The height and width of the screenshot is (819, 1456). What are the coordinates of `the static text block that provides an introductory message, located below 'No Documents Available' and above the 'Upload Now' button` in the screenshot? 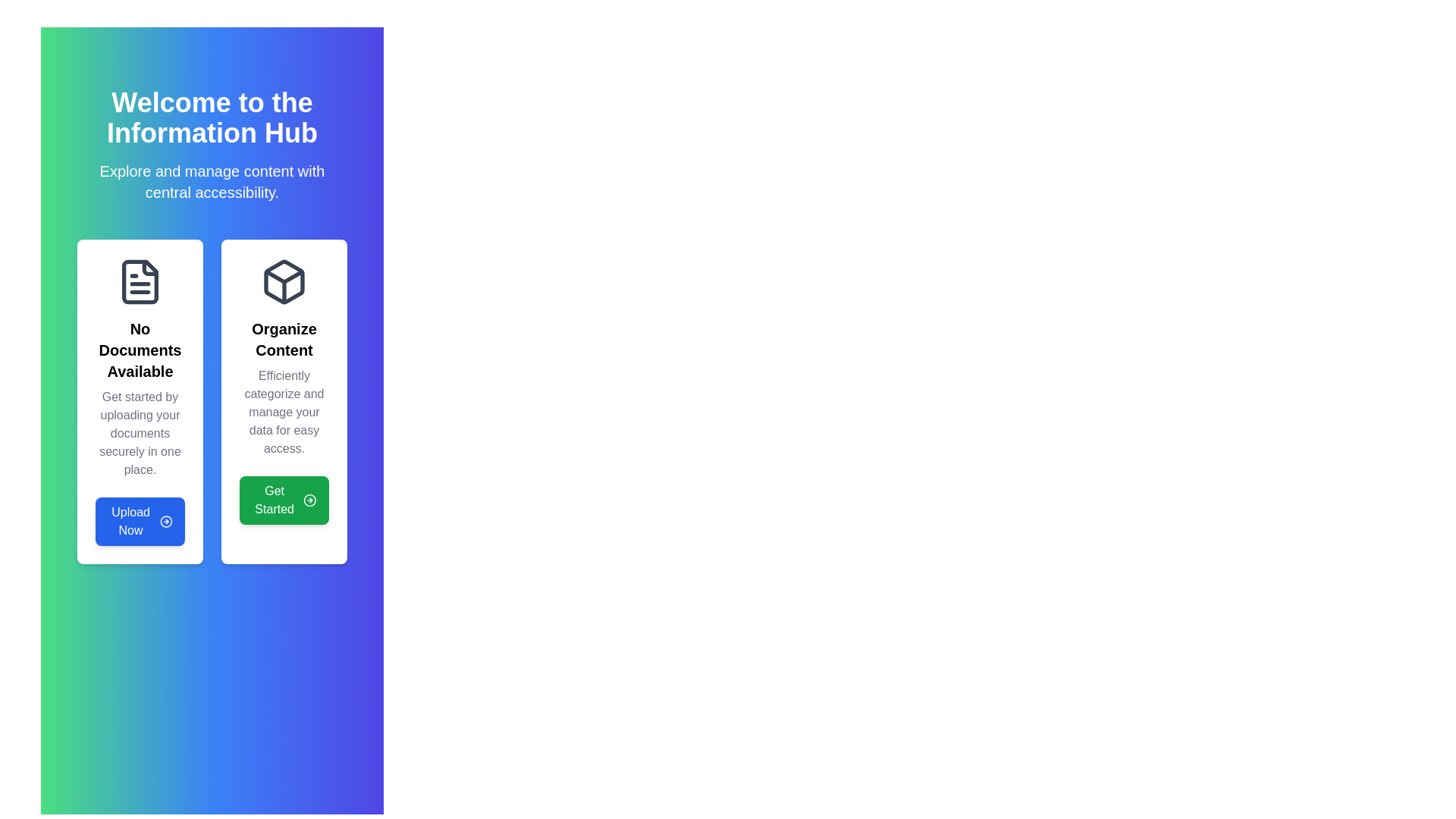 It's located at (140, 433).